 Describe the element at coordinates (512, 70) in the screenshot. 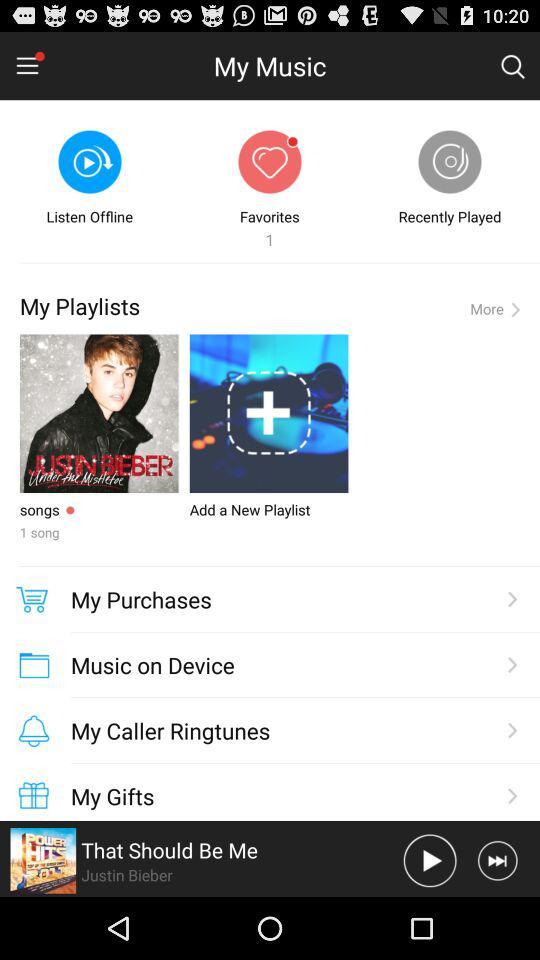

I see `the search icon` at that location.